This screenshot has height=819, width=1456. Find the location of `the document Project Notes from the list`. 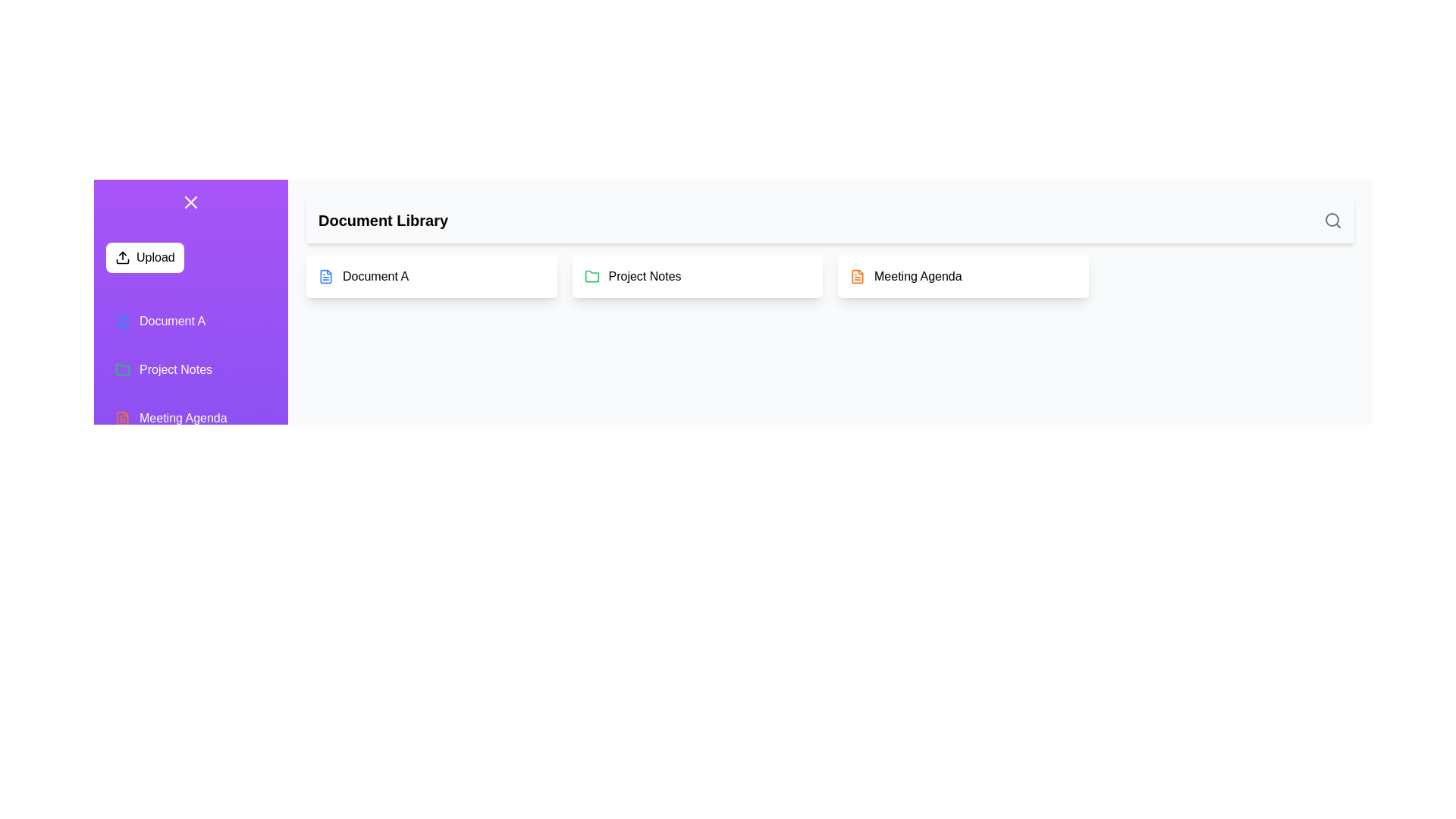

the document Project Notes from the list is located at coordinates (696, 277).